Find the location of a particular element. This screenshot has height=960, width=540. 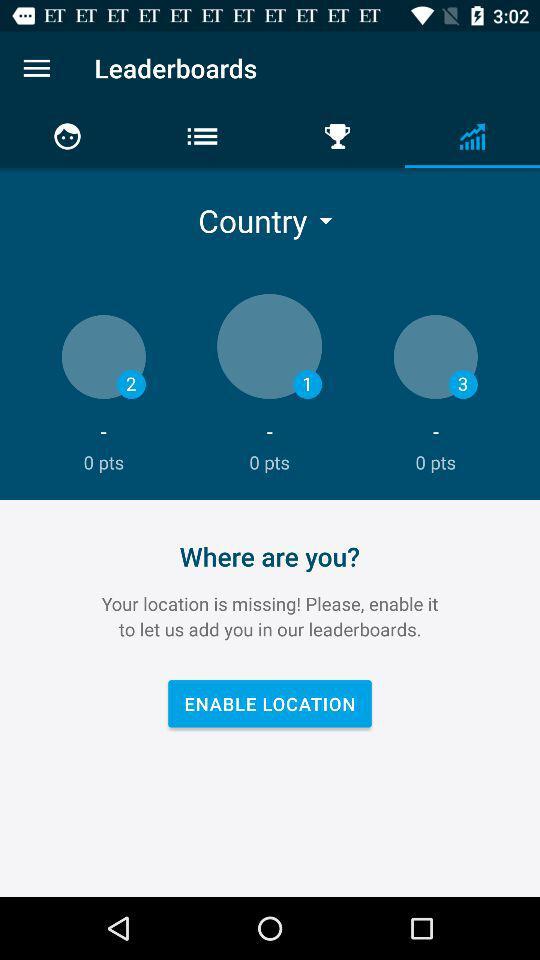

the icon next to leaderboards item is located at coordinates (36, 68).